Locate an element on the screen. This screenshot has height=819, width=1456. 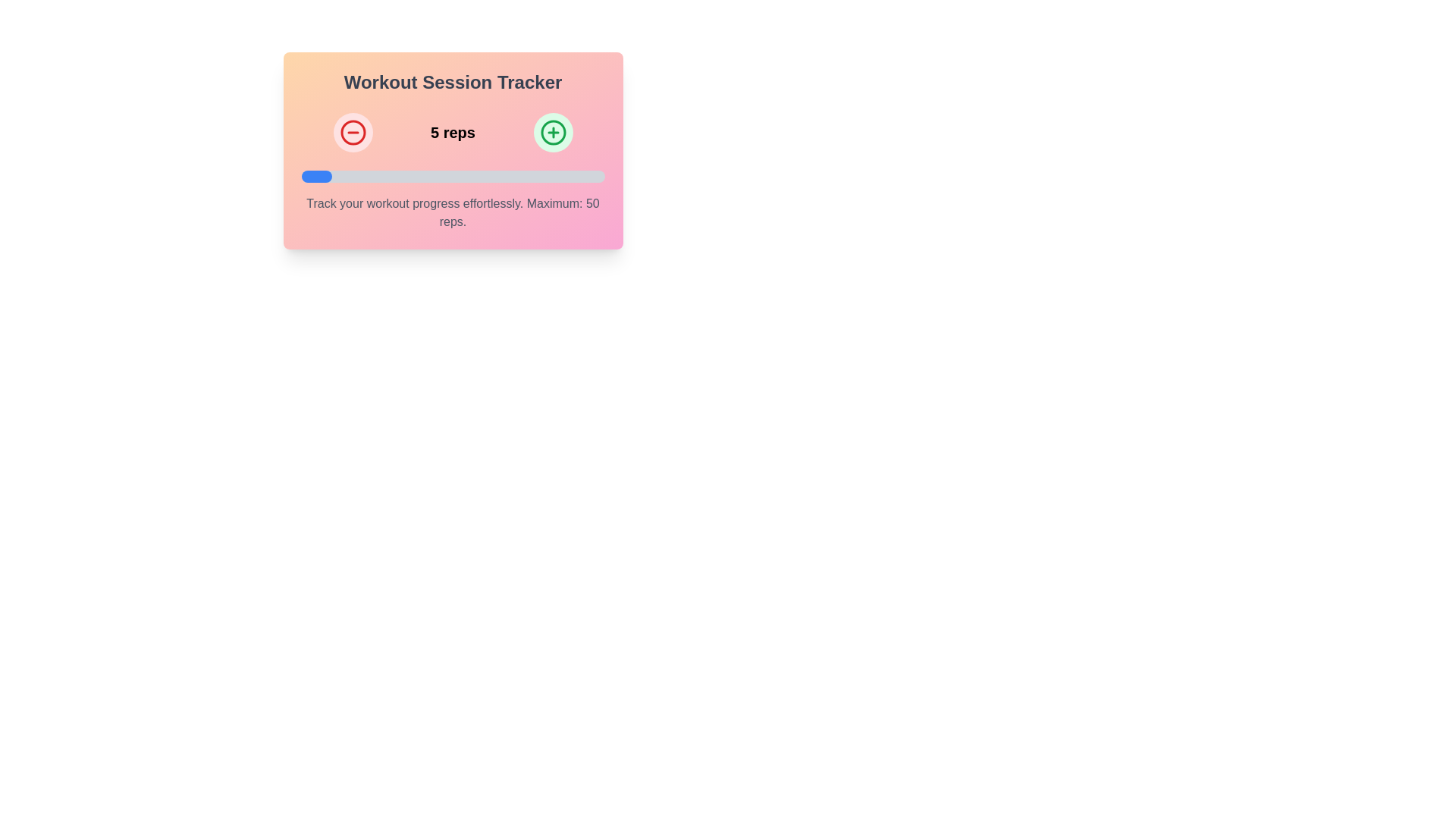
the green circular button with a plus symbol located to the right of the repetition count display is located at coordinates (552, 131).